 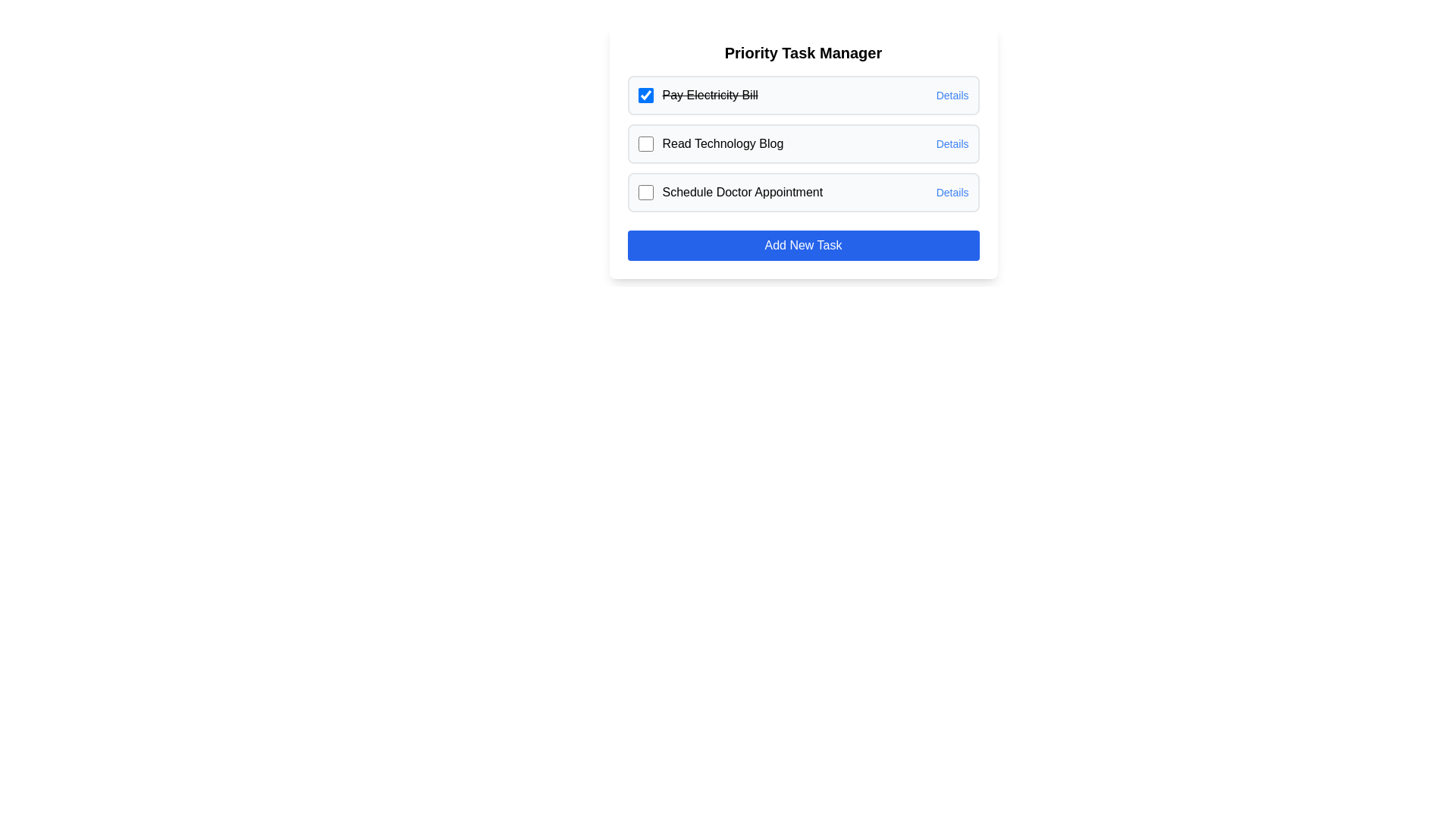 What do you see at coordinates (952, 192) in the screenshot?
I see `the 'Details' link for the task 'Schedule Doctor Appointment'` at bounding box center [952, 192].